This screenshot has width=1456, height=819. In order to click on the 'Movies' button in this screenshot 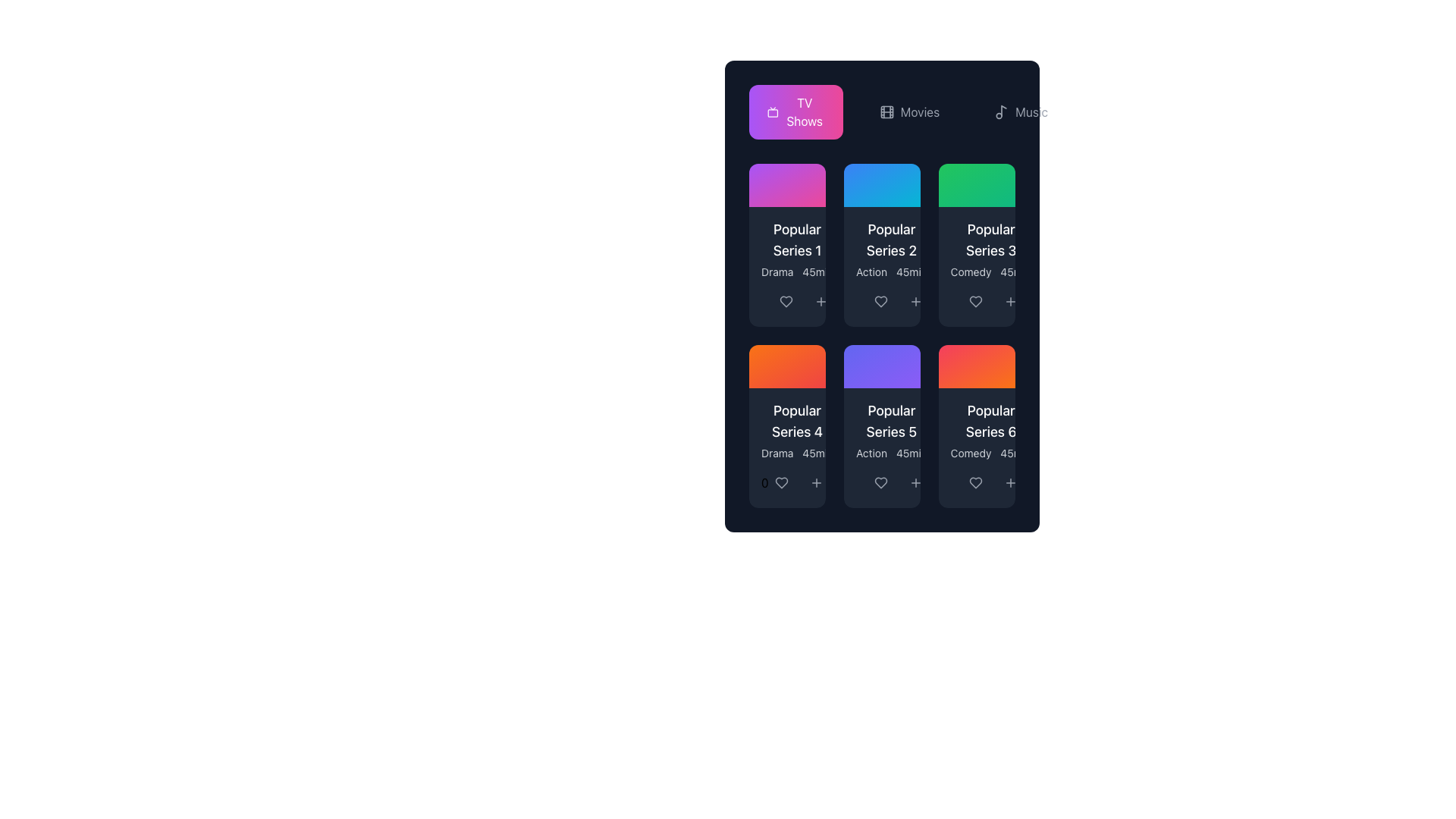, I will do `click(882, 111)`.